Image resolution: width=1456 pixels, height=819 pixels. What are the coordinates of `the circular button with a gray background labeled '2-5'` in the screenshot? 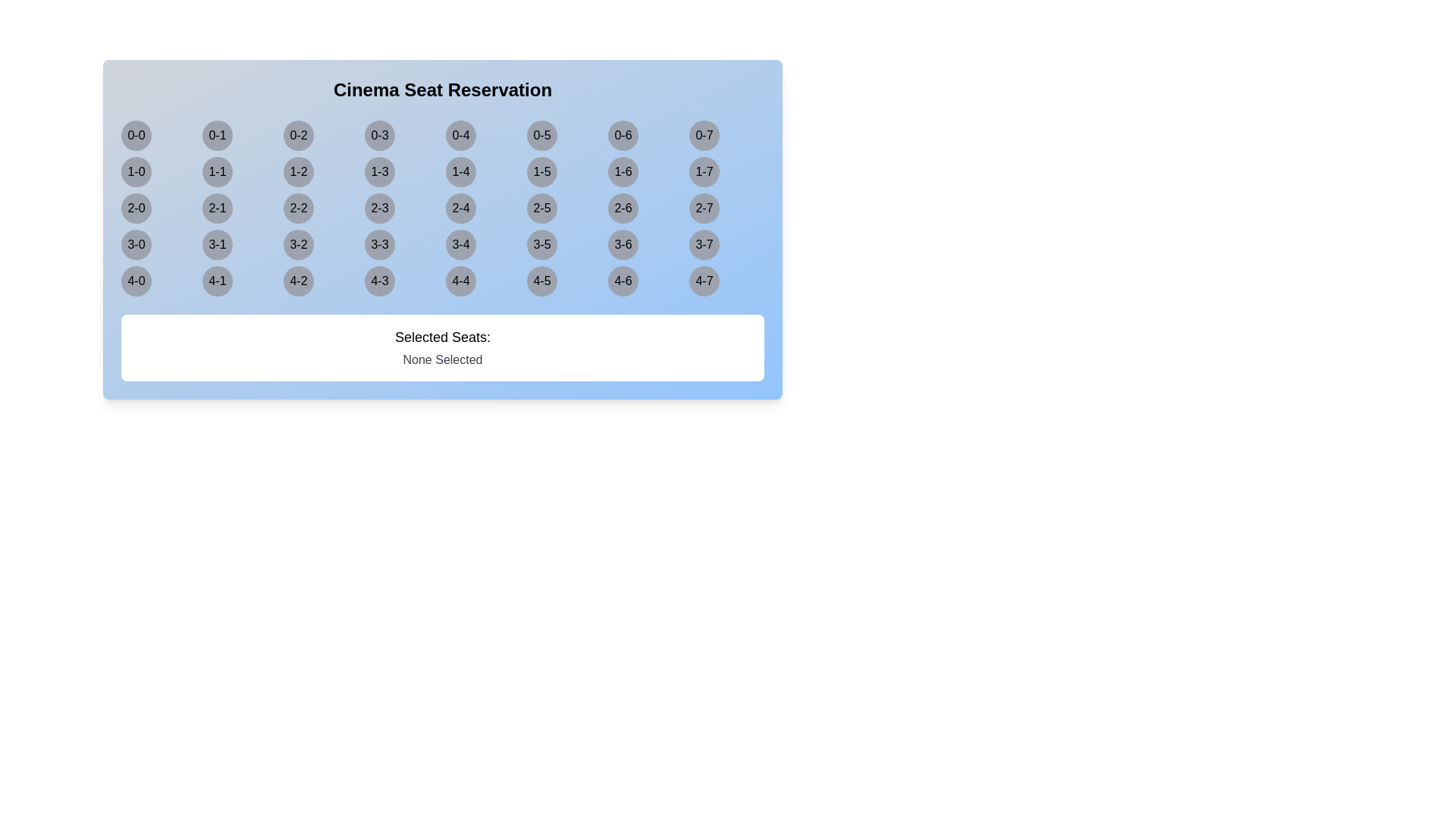 It's located at (542, 208).